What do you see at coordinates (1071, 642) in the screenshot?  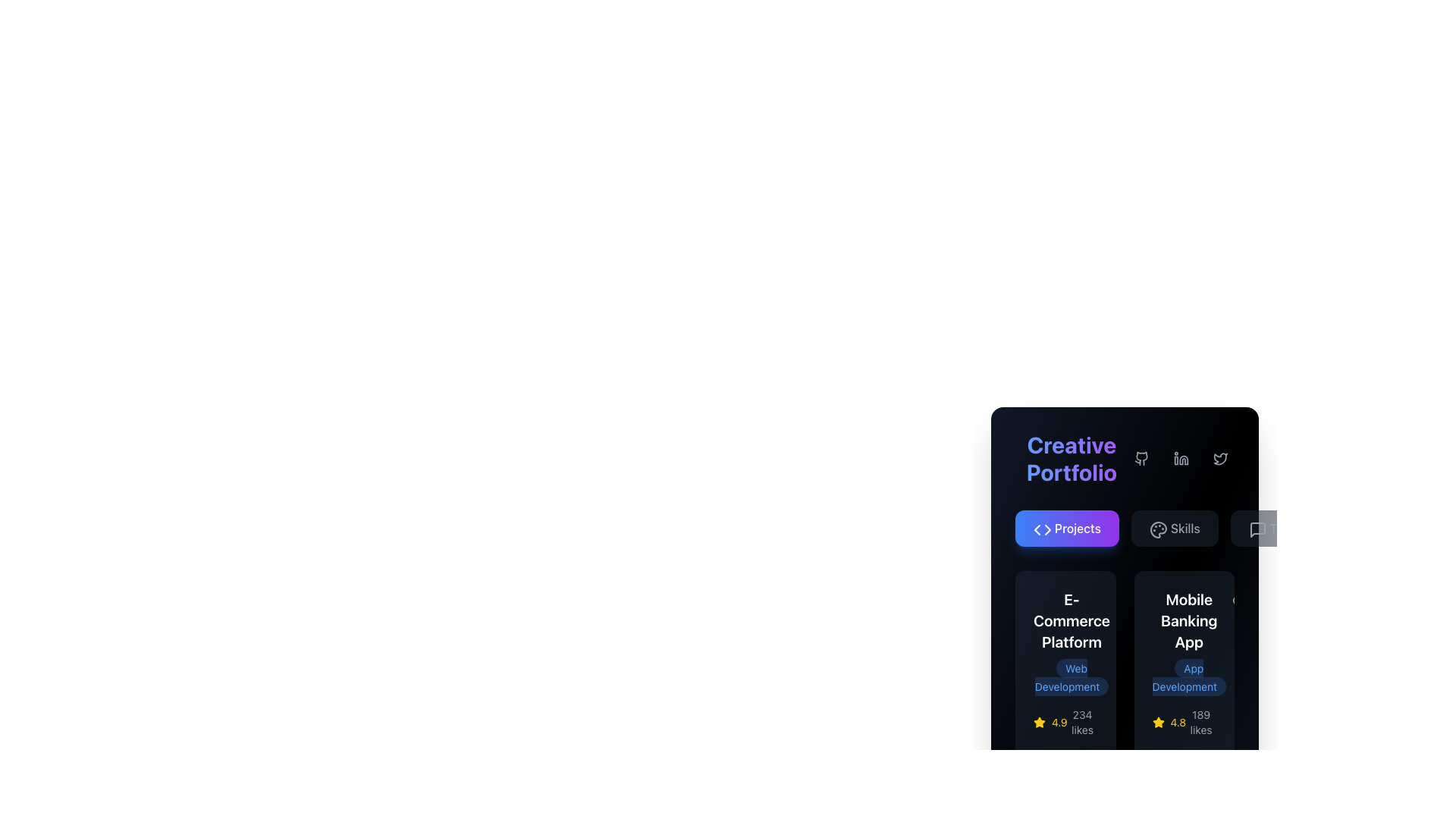 I see `the informative label displaying 'E-Commerce Platform' and 'Web Development' in the top-left section of the card` at bounding box center [1071, 642].